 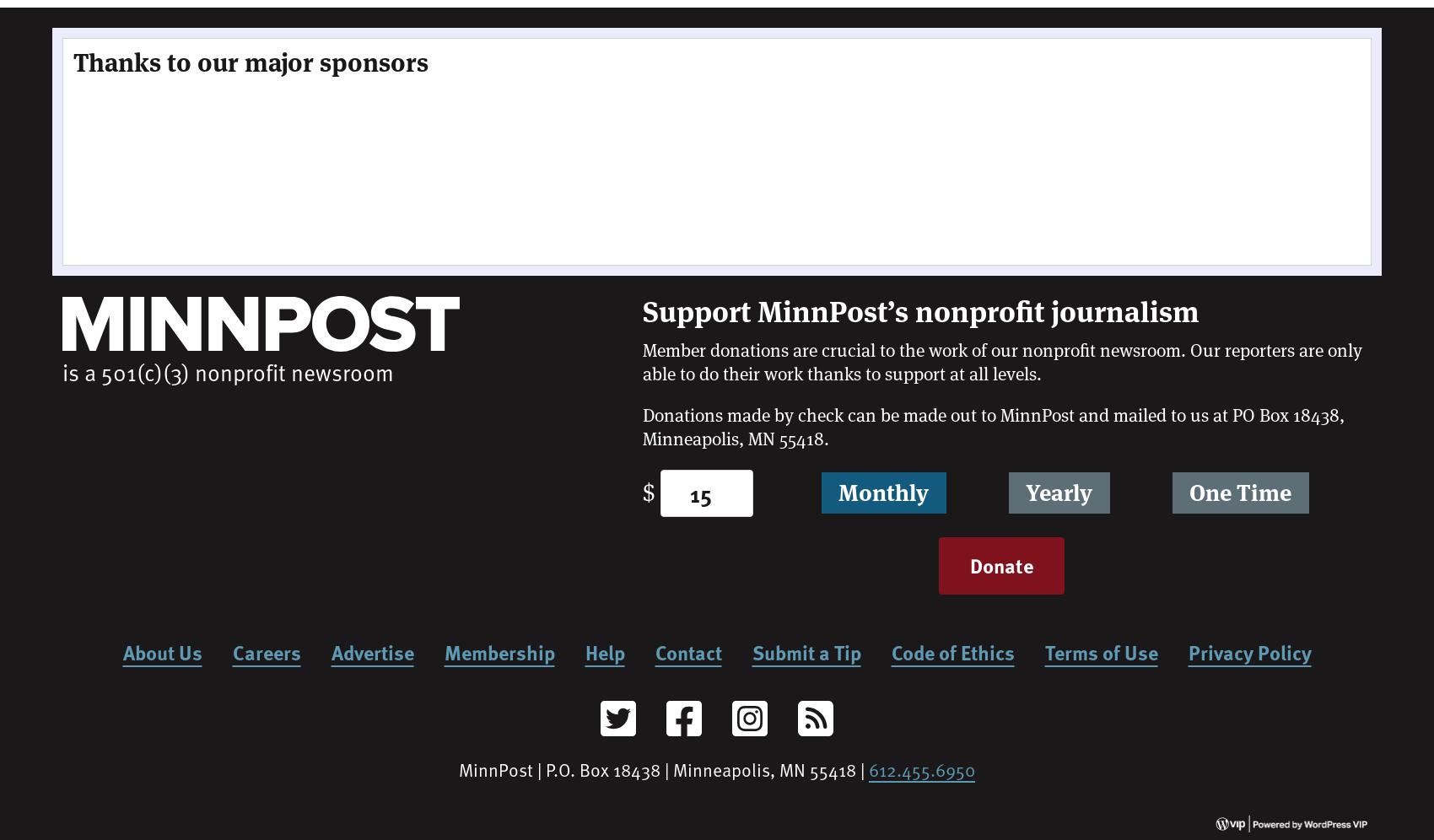 What do you see at coordinates (952, 651) in the screenshot?
I see `'Code of Ethics'` at bounding box center [952, 651].